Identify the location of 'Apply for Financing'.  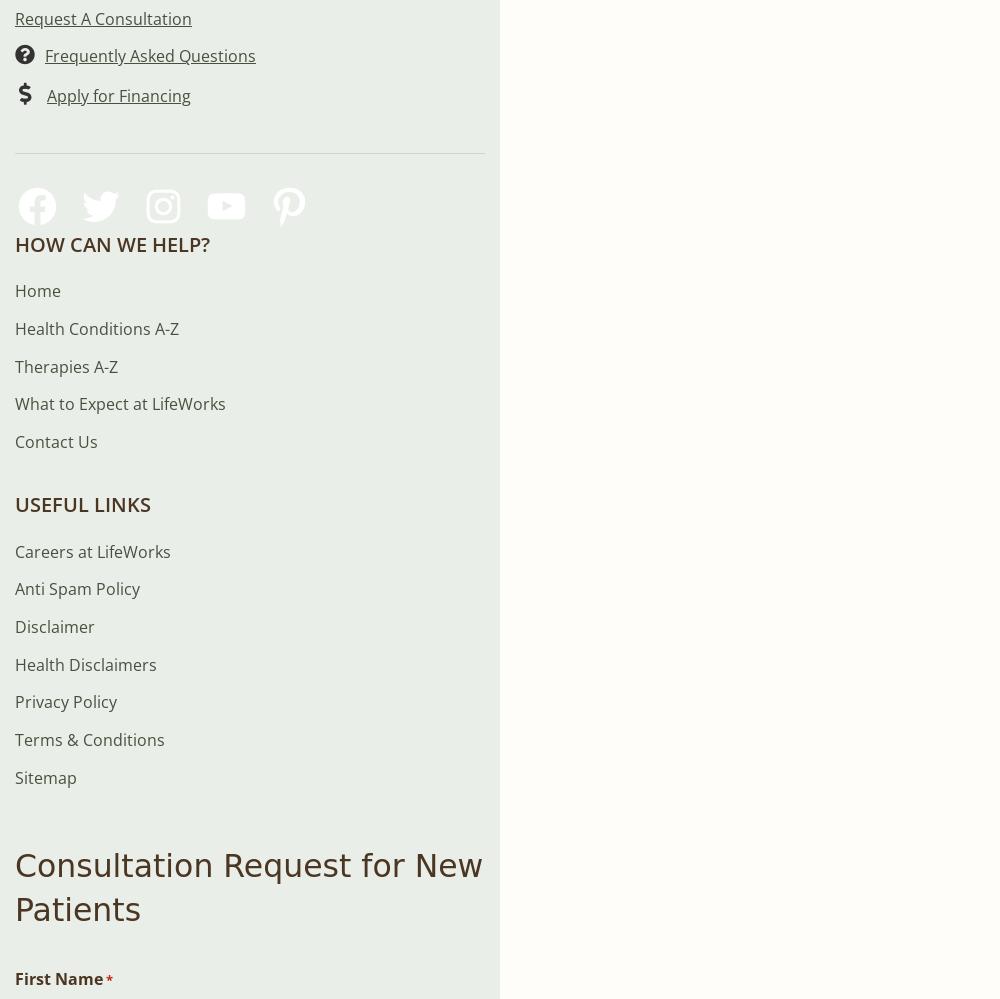
(118, 95).